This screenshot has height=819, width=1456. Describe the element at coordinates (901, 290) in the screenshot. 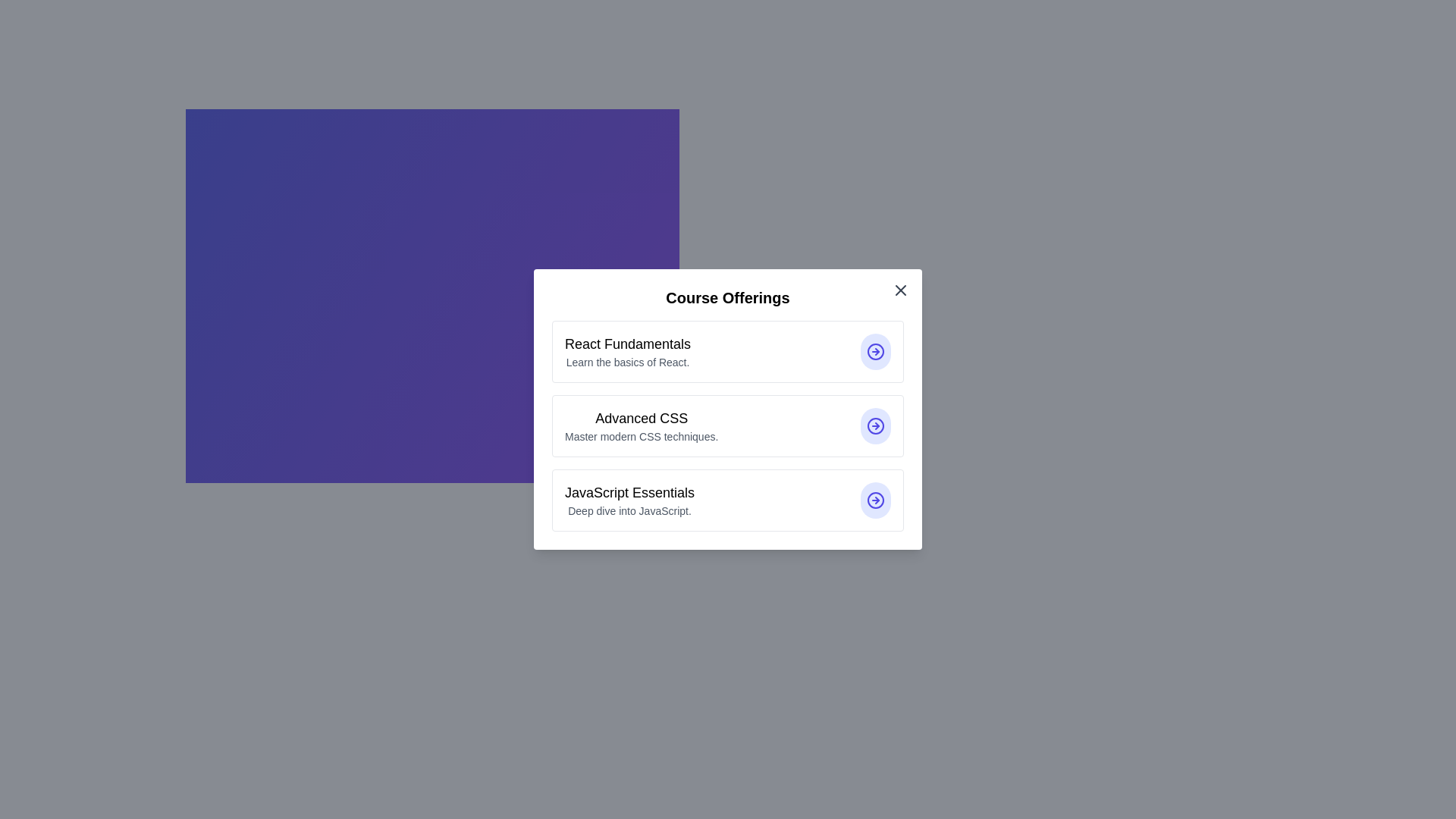

I see `the close button located in the top-right corner of the dialog box to trigger hover states` at that location.